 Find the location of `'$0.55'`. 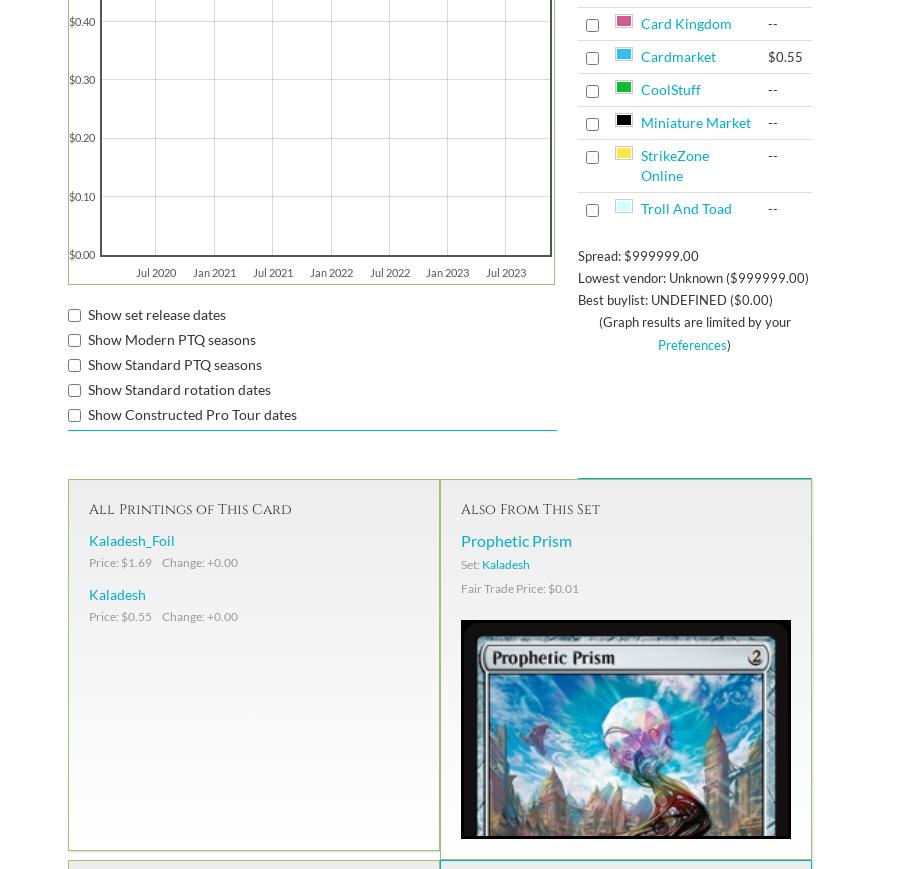

'$0.55' is located at coordinates (783, 56).